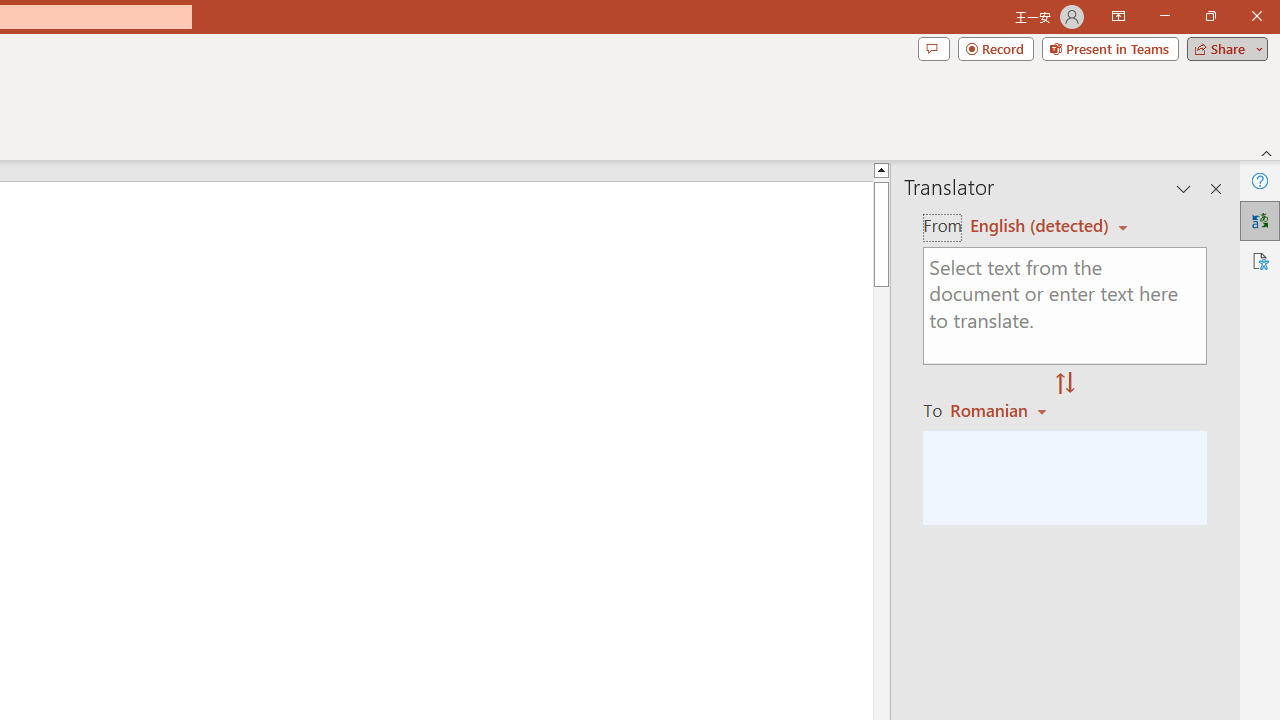 The image size is (1280, 720). Describe the element at coordinates (1040, 225) in the screenshot. I see `'Czech (detected)'` at that location.